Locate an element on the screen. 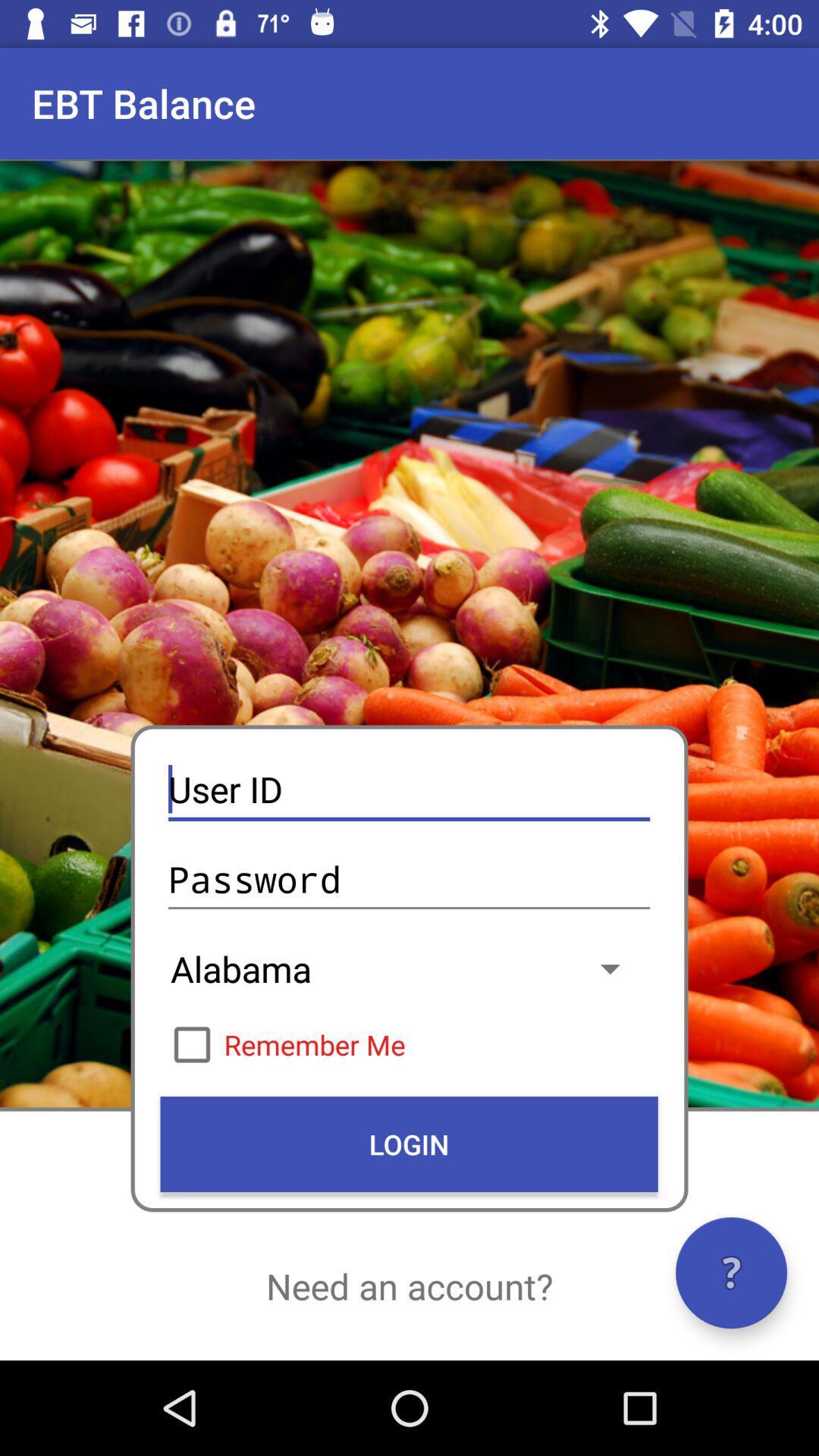  the icon below the ebt balance icon is located at coordinates (408, 789).